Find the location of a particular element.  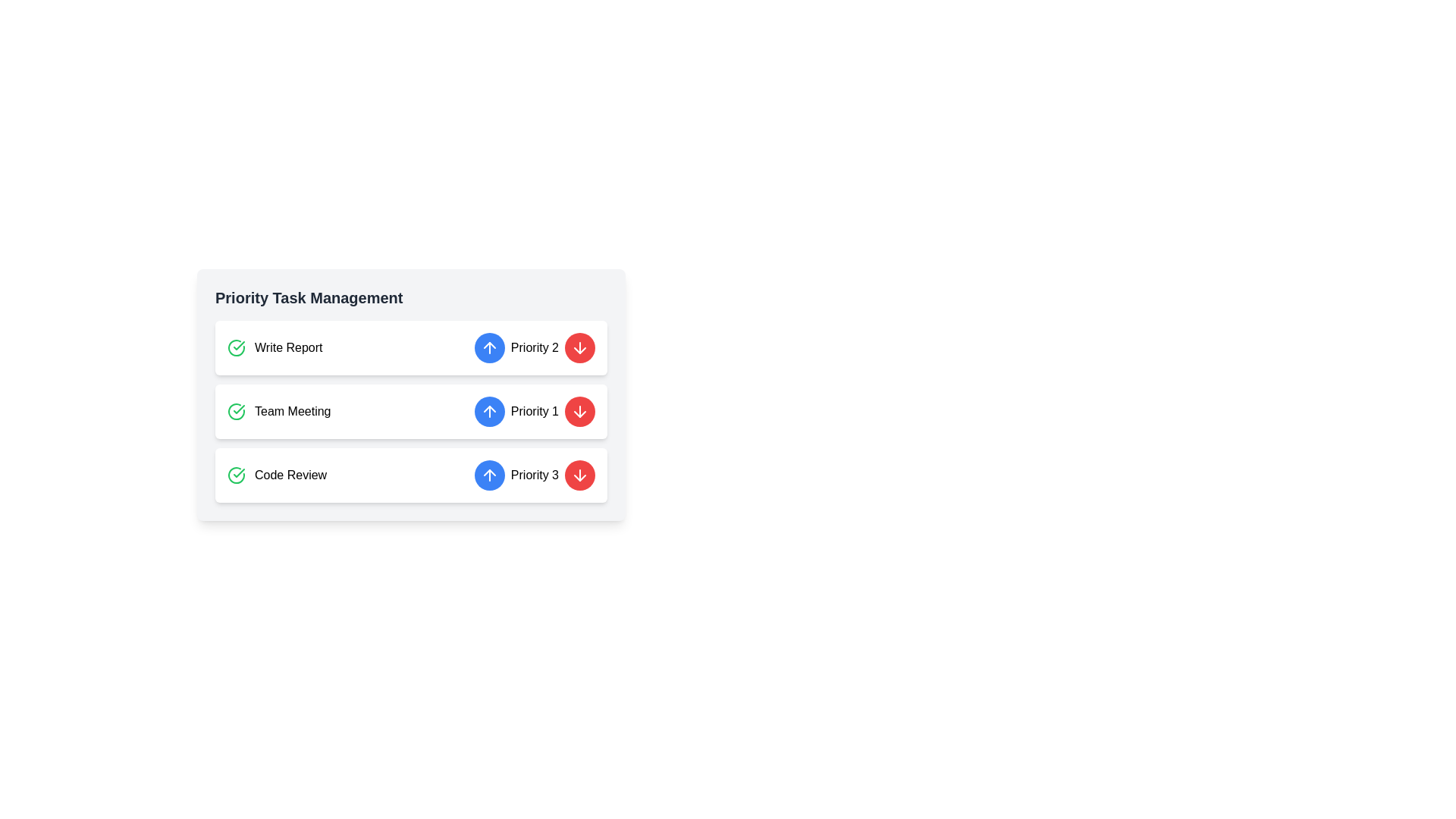

the 'Priority 1' text label that is part of the 'Priority Task Management' section, located adjacent to the blue circular button with an upward arrow is located at coordinates (535, 412).